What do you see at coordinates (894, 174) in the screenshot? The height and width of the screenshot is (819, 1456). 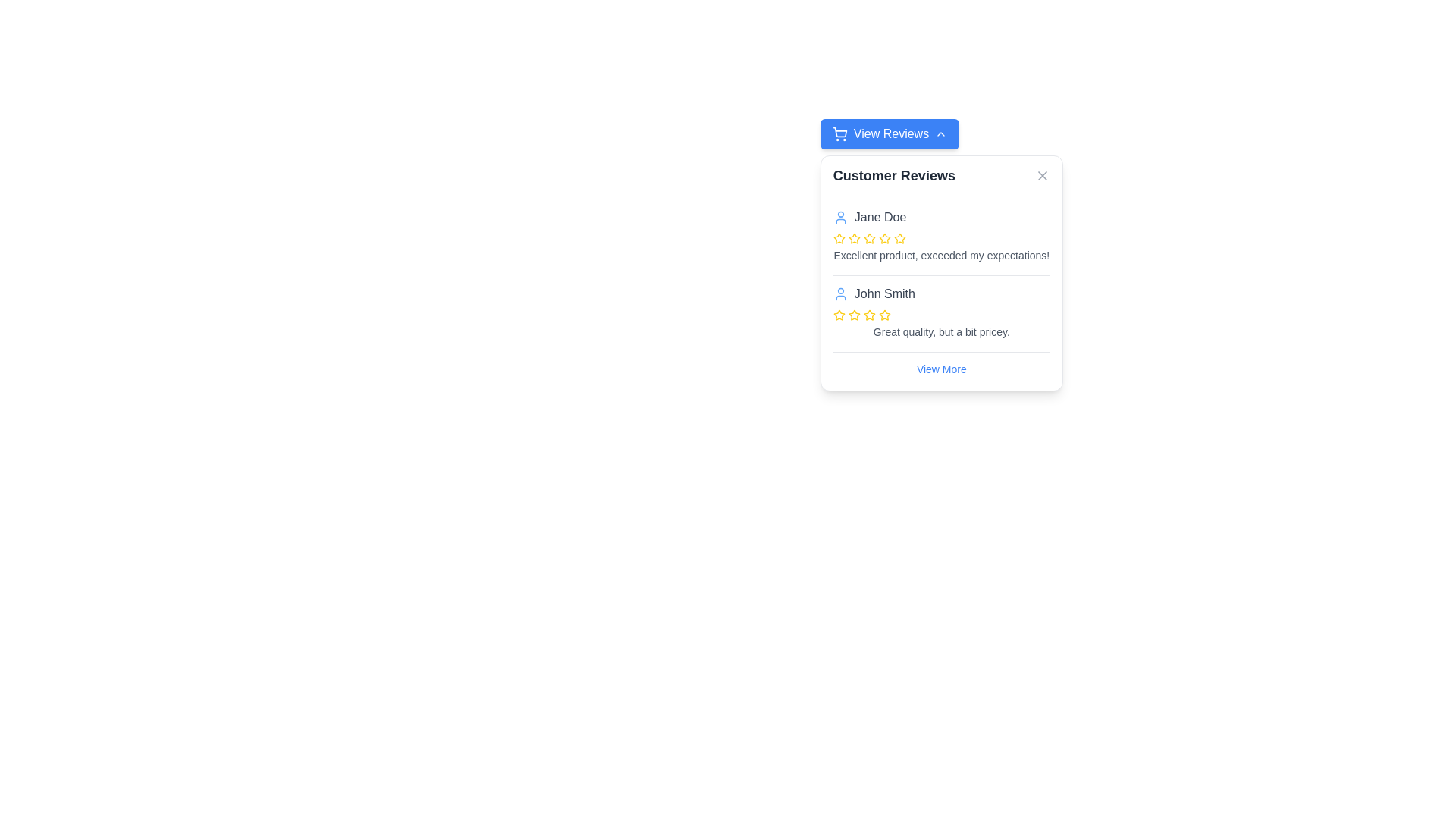 I see `the static text label that titles the customer reviews section in the popup review card` at bounding box center [894, 174].